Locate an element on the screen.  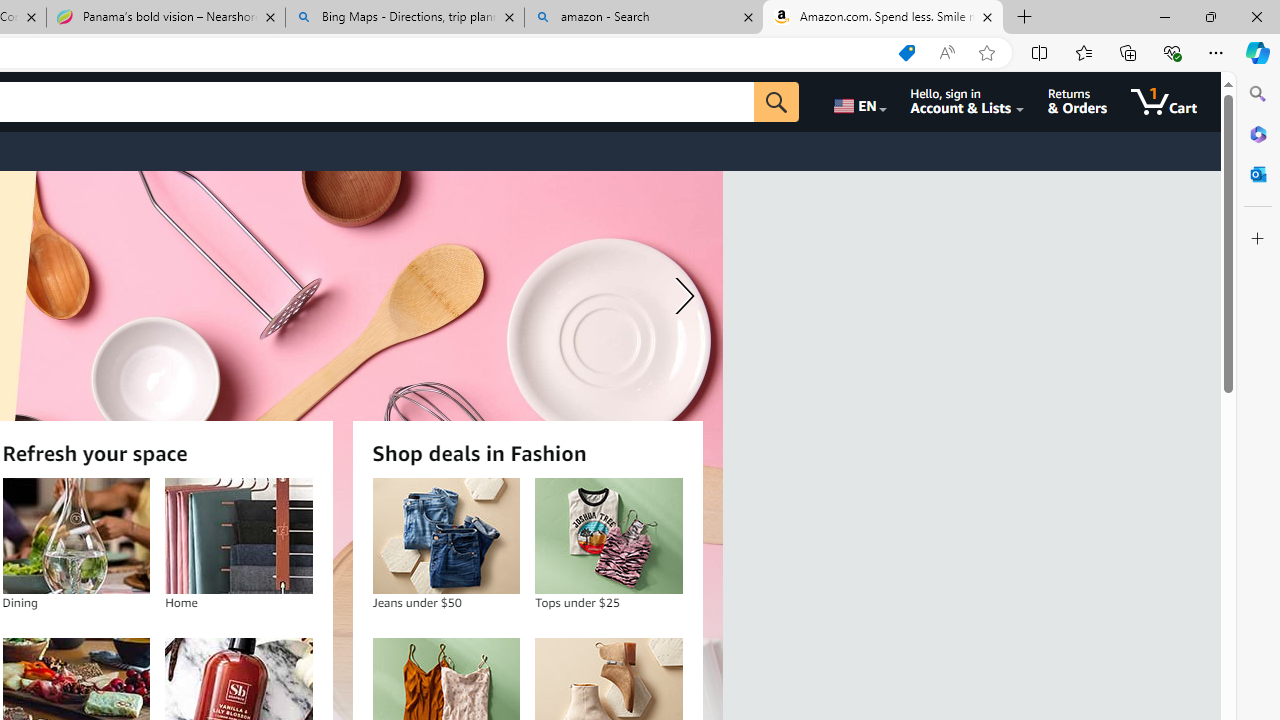
'Tops under $25' is located at coordinates (607, 535).